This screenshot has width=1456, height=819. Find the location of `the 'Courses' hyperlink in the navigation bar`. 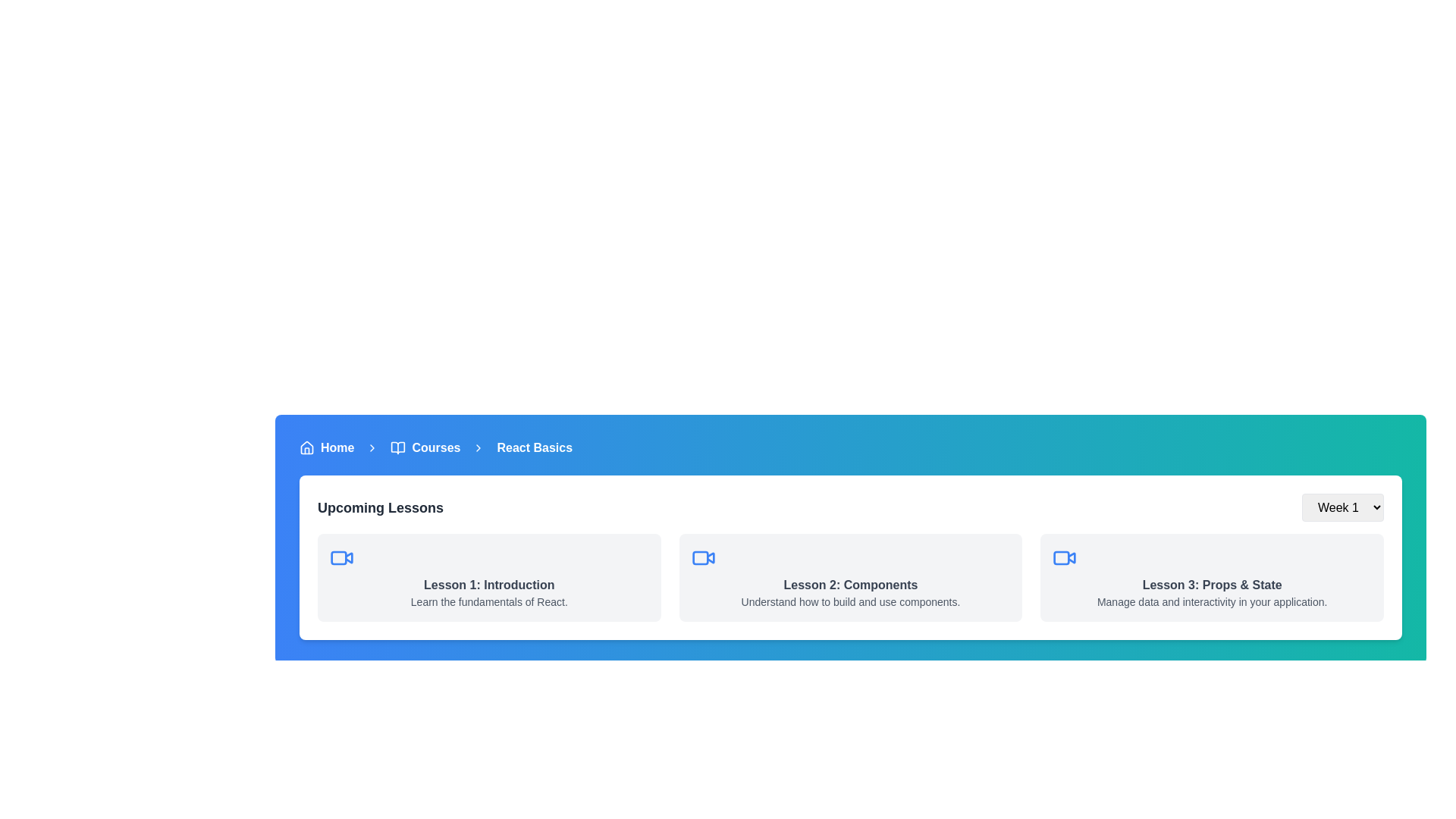

the 'Courses' hyperlink in the navigation bar is located at coordinates (435, 447).